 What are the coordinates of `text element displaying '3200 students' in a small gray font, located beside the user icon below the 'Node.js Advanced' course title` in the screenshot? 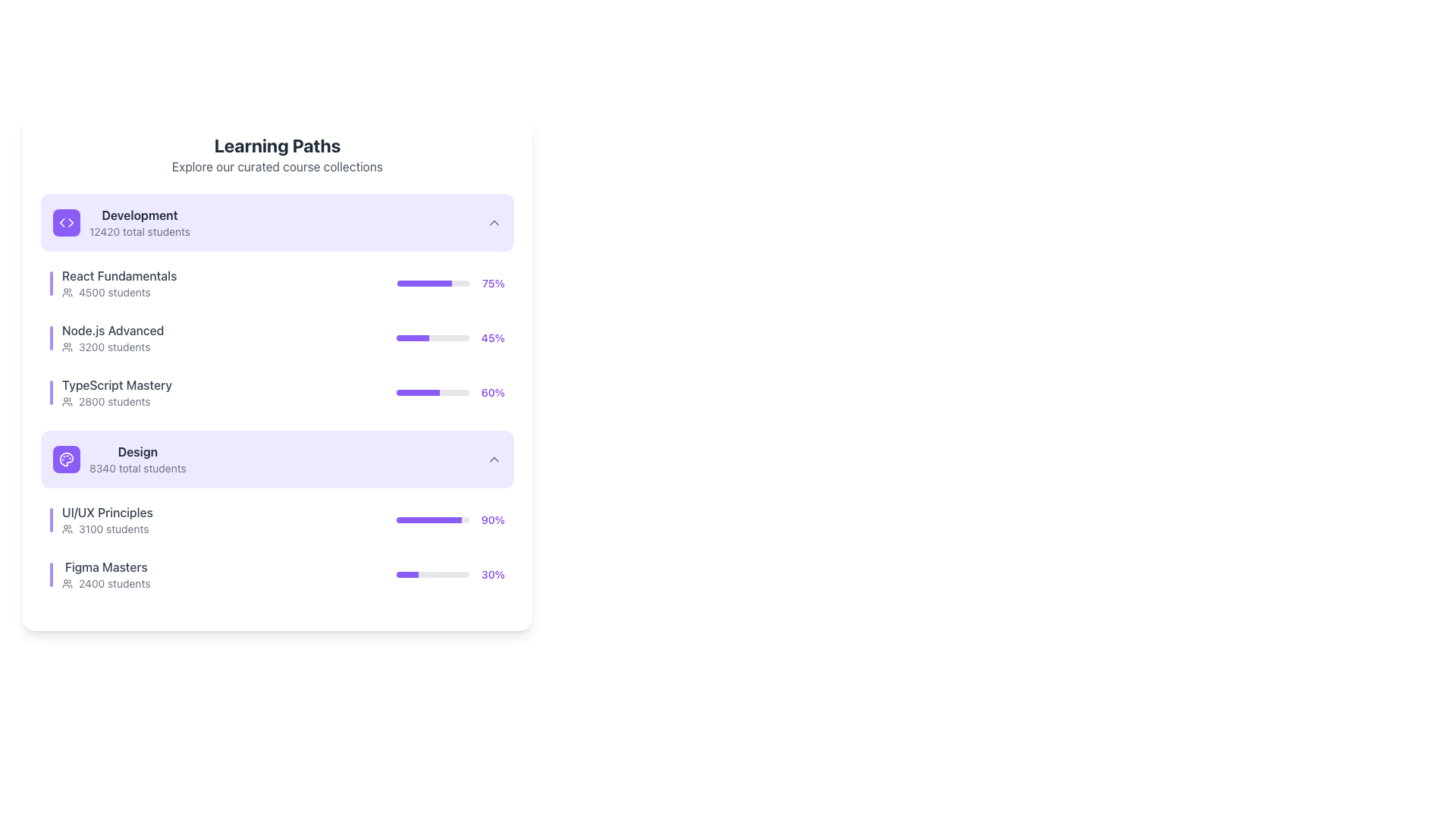 It's located at (114, 347).